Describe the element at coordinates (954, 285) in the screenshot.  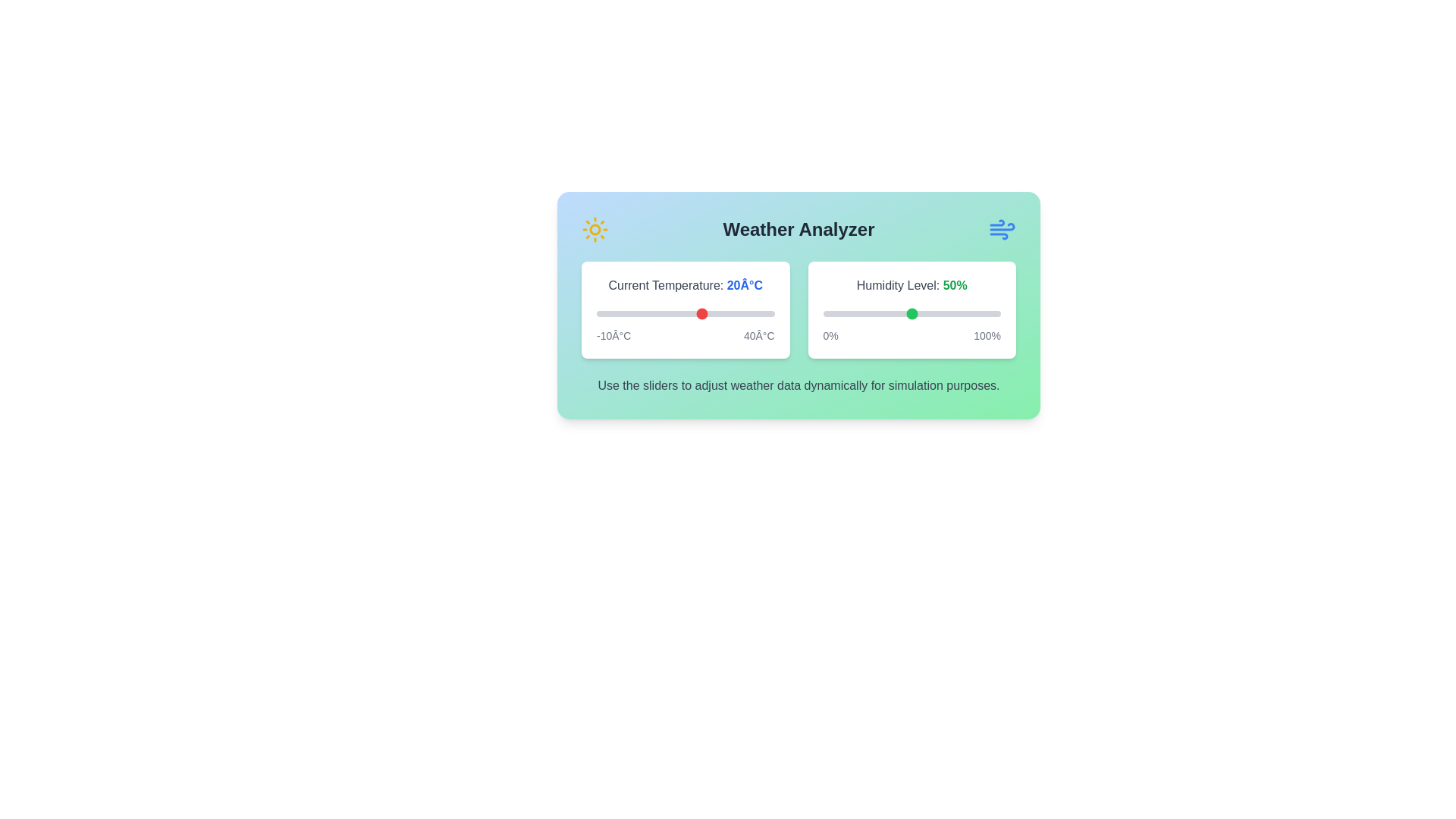
I see `the humidity value text '50%' to interact with it` at that location.